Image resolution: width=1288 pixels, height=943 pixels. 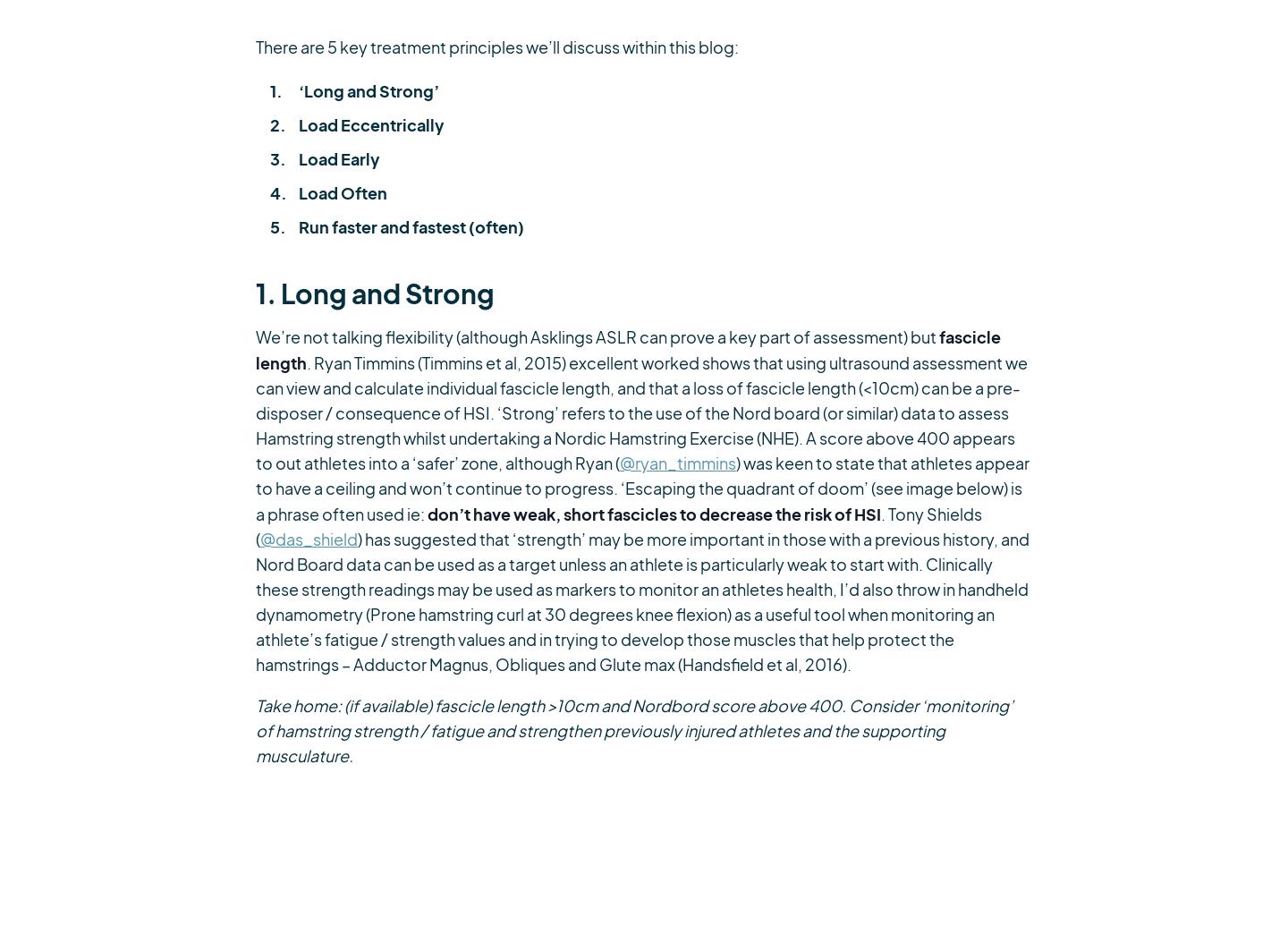 I want to click on ') has suggested that ‘strength’ may be more important in those with a previous history, and Nord Board data can be used as a target unless an athlete is particularly weak to start with. Clinically these strength readings may be used as markers to monitor an athletes health, I’d also throw in handheld dynamometry (Prone hamstring curl at 30 degrees knee flexion) as a useful tool when monitoring an athlete’s fatigue / strength values and in trying to develop those muscles that help protect the hamstrings – Adductor Magnus, Obliques and Glute max (Handsfield et al, 2016).', so click(x=254, y=601).